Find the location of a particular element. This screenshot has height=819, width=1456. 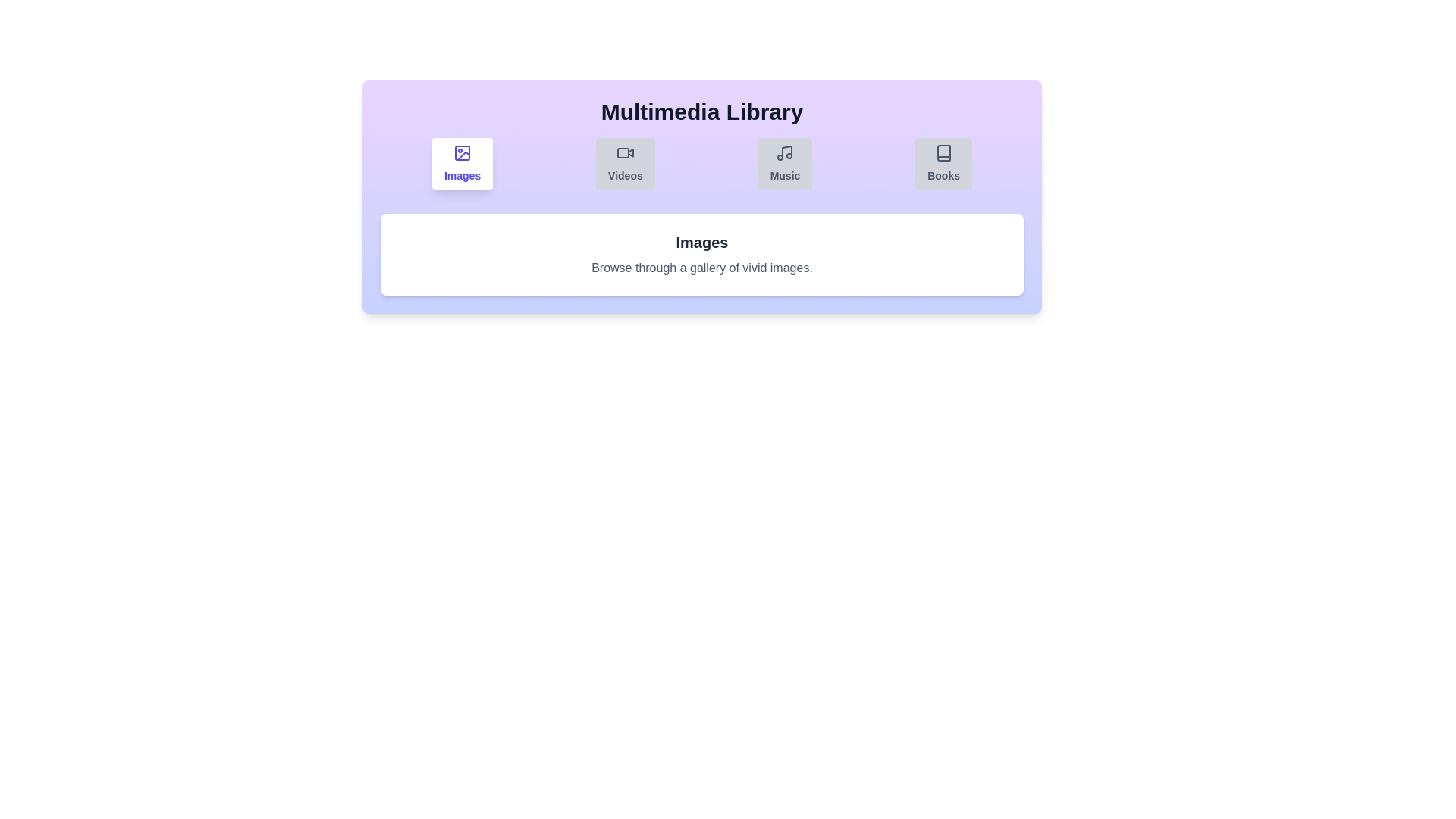

the Music tab by clicking on its button is located at coordinates (785, 164).